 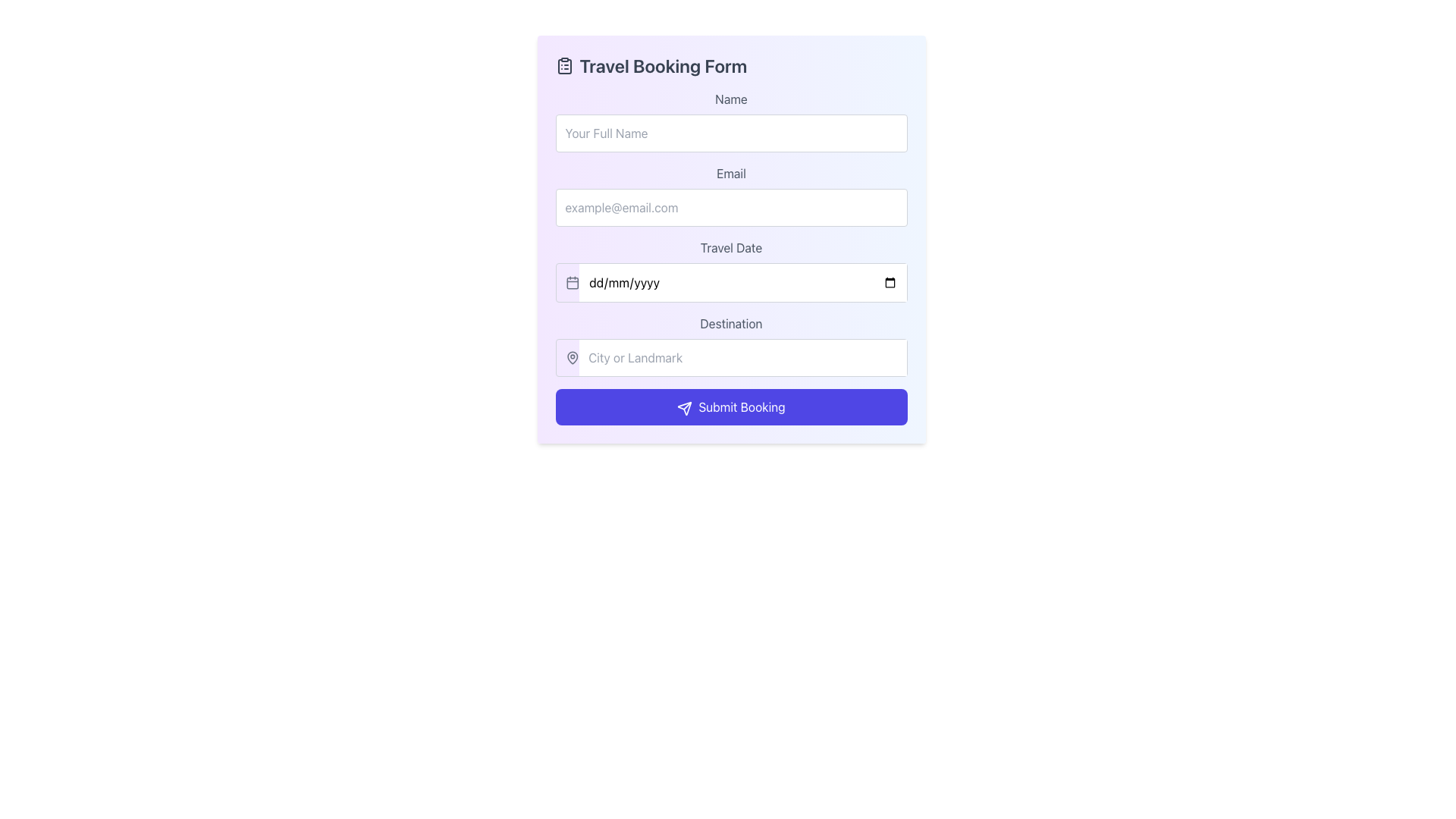 What do you see at coordinates (571, 283) in the screenshot?
I see `the calendar icon, which is an outlined square with rounded corners, located inside the 'Travel Date' input field` at bounding box center [571, 283].